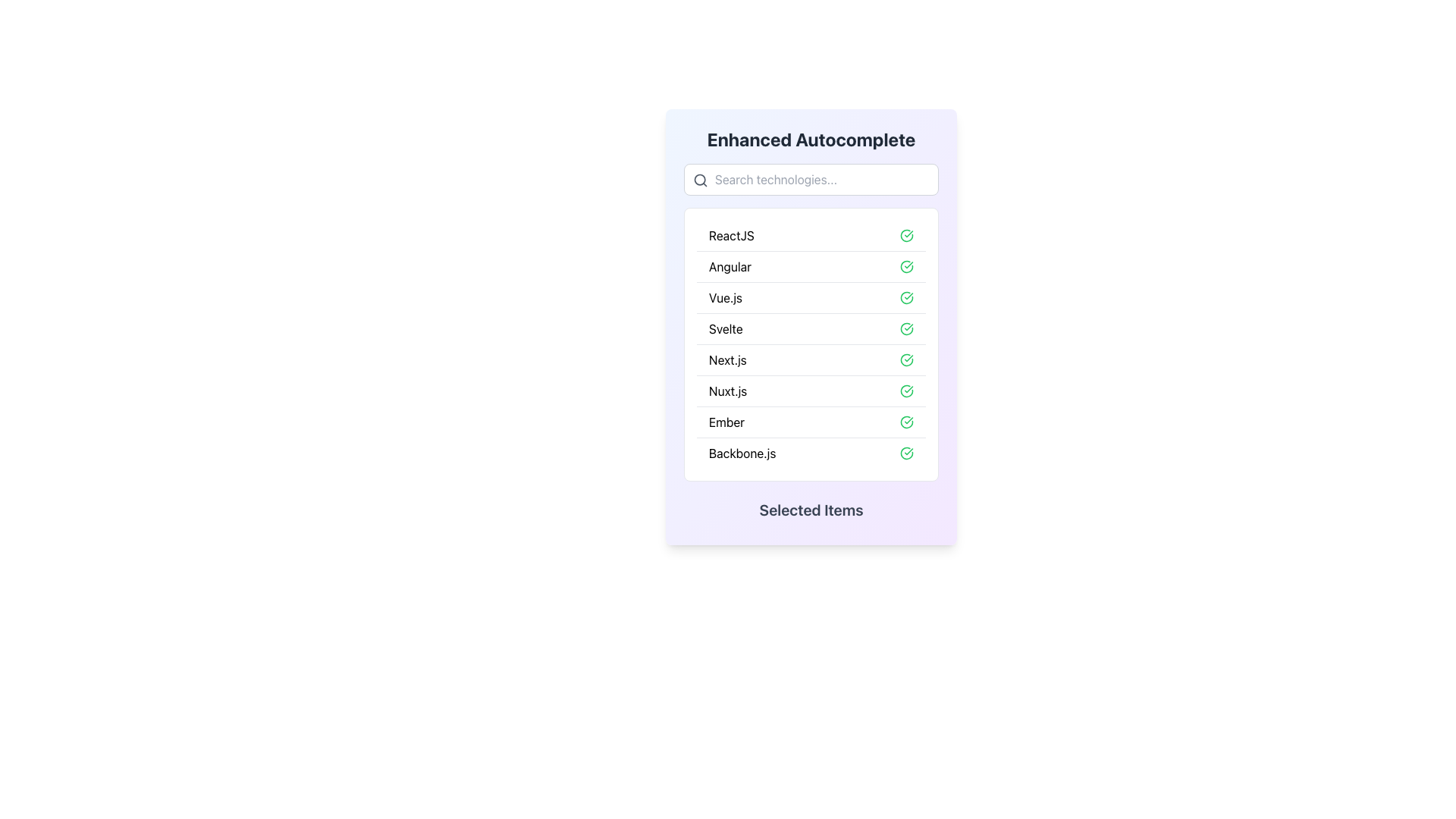 This screenshot has width=1456, height=819. Describe the element at coordinates (906, 265) in the screenshot. I see `the positive status icon located to the right of the 'Angular' list entry, indicating selection confirmation` at that location.